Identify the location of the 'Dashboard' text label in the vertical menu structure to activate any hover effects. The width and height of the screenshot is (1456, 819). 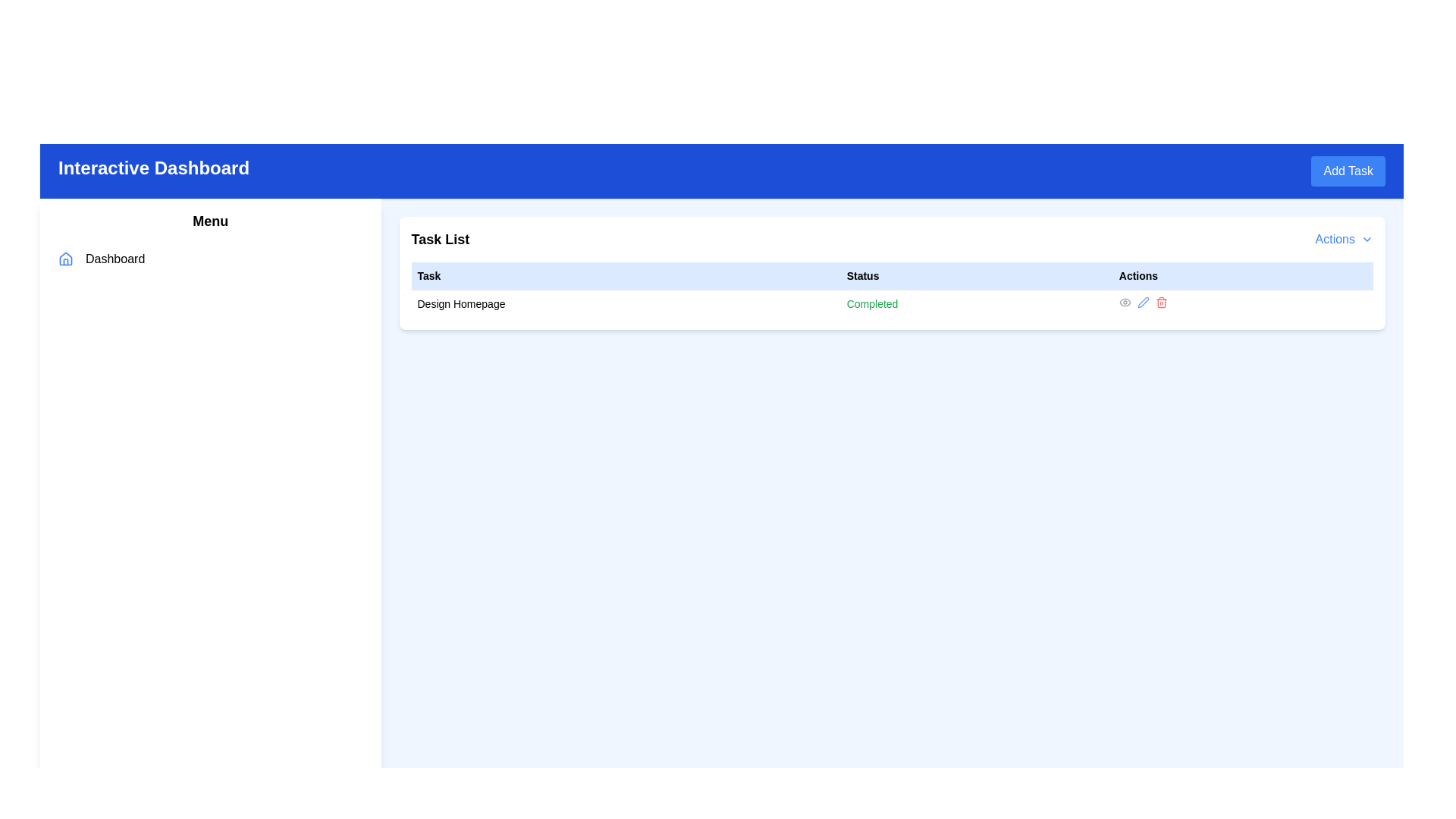
(115, 259).